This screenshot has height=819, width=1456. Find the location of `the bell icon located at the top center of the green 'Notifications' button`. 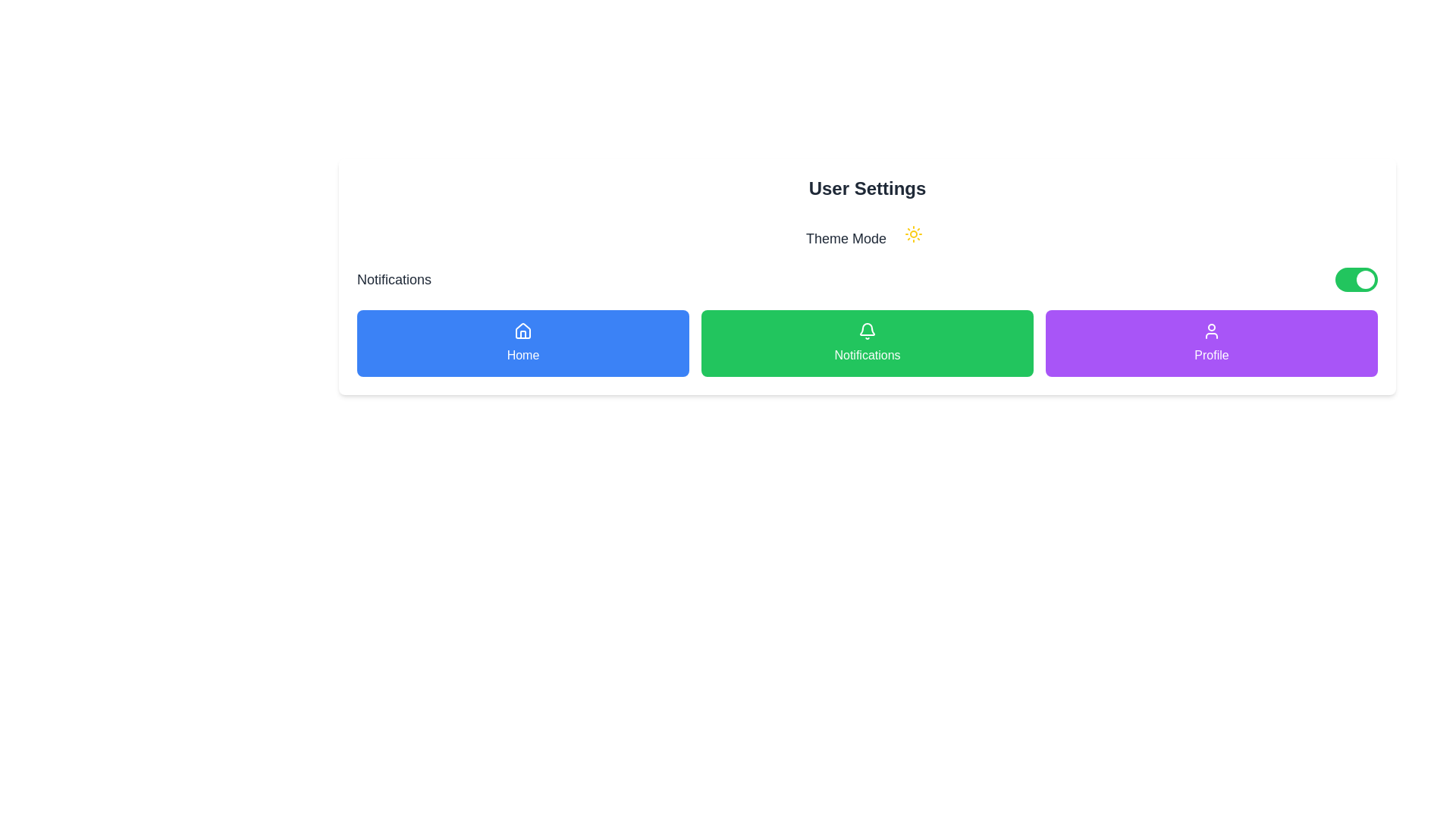

the bell icon located at the top center of the green 'Notifications' button is located at coordinates (867, 330).